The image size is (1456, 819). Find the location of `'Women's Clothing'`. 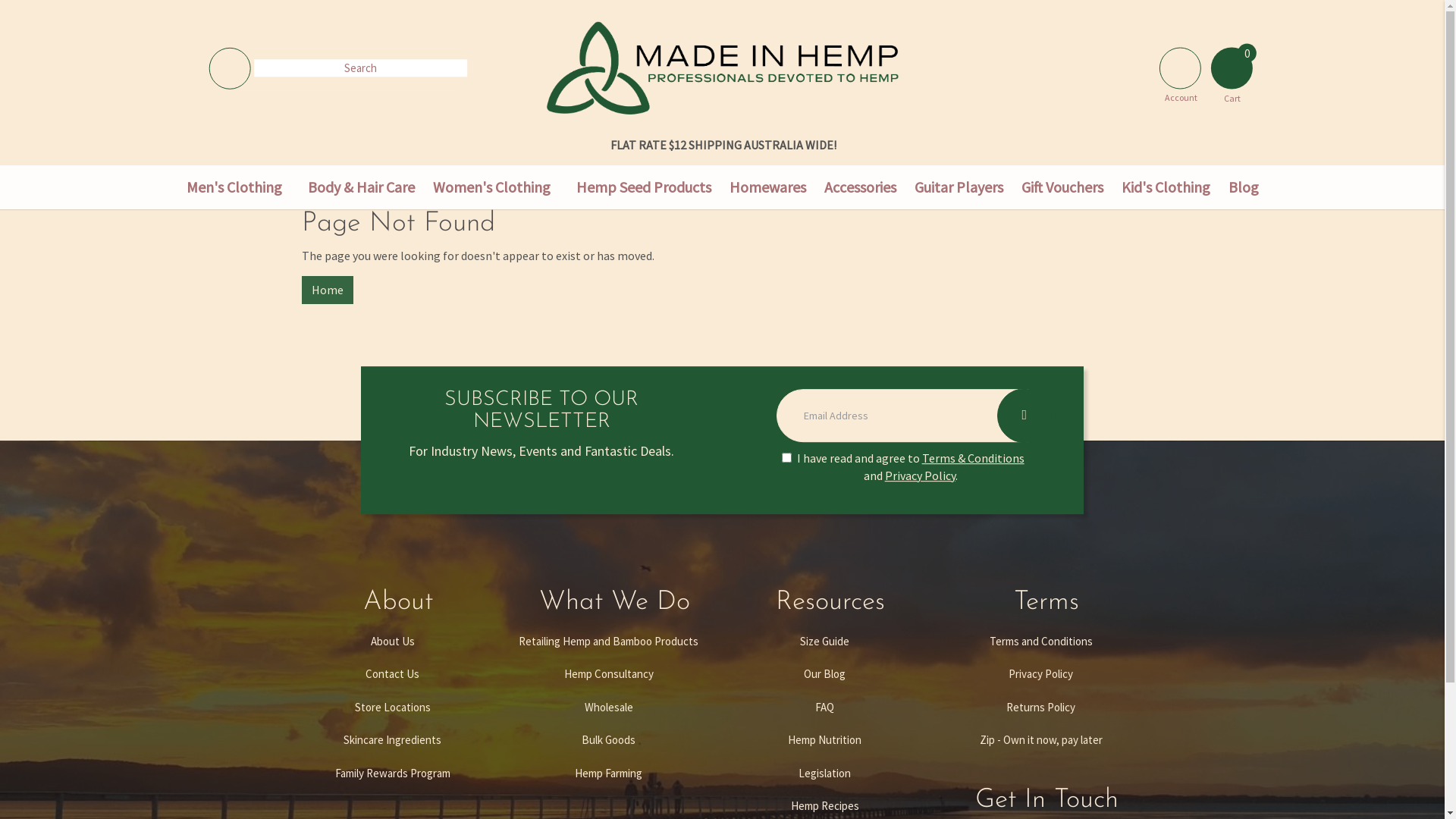

'Women's Clothing' is located at coordinates (422, 187).